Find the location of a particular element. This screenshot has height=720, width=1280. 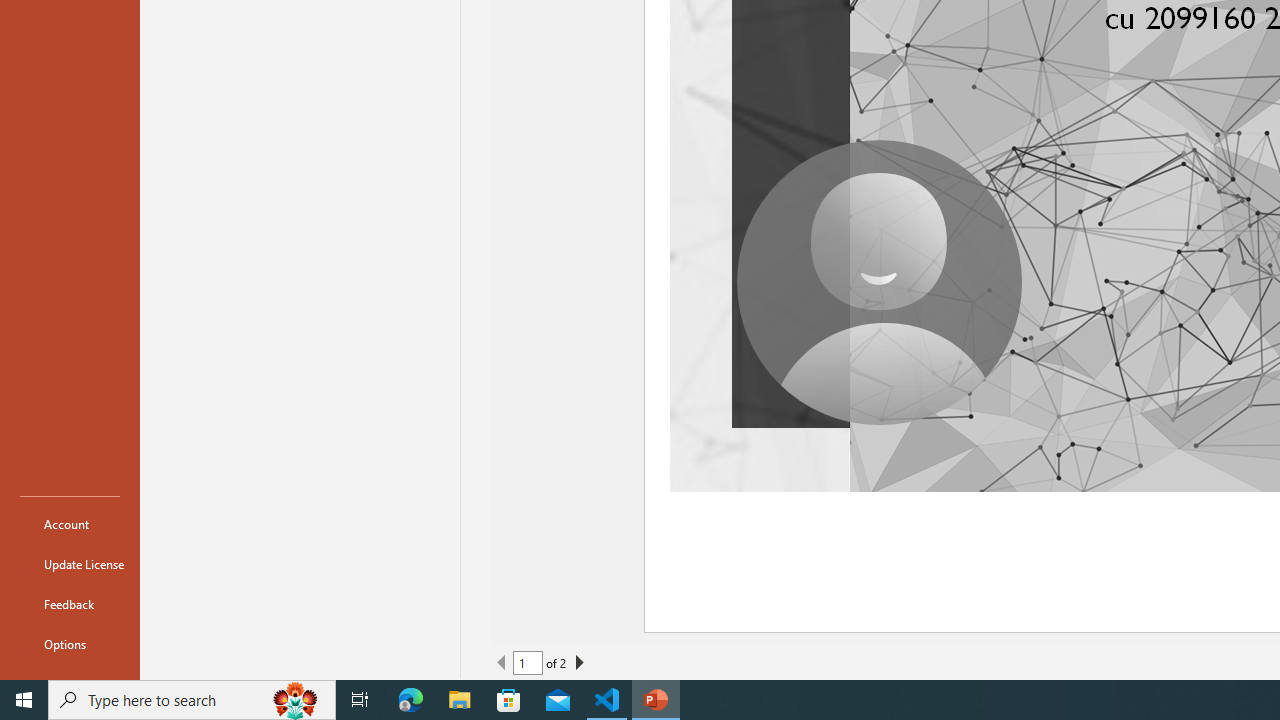

'Previous Page' is located at coordinates (502, 663).